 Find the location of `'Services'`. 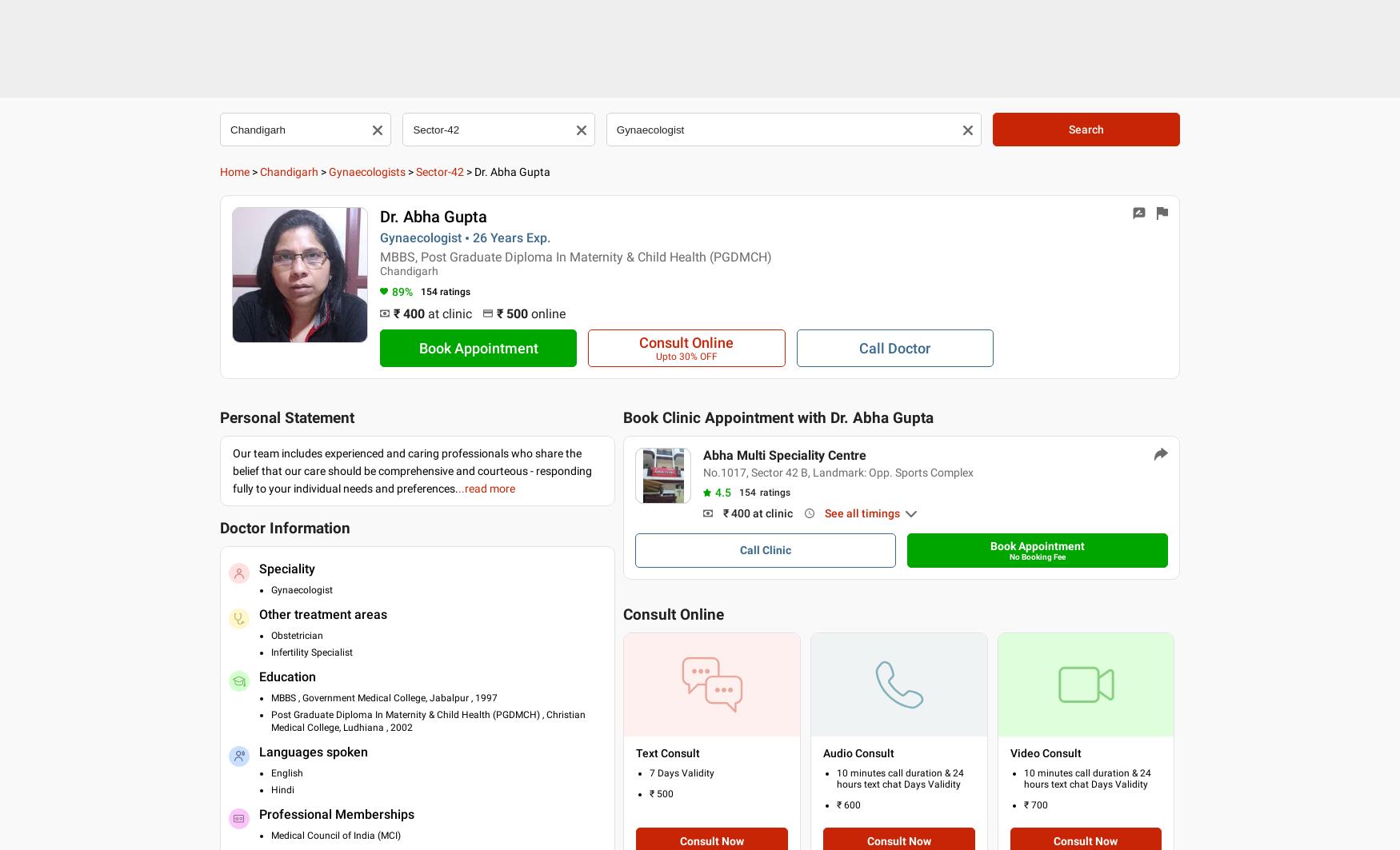

'Services' is located at coordinates (875, 115).